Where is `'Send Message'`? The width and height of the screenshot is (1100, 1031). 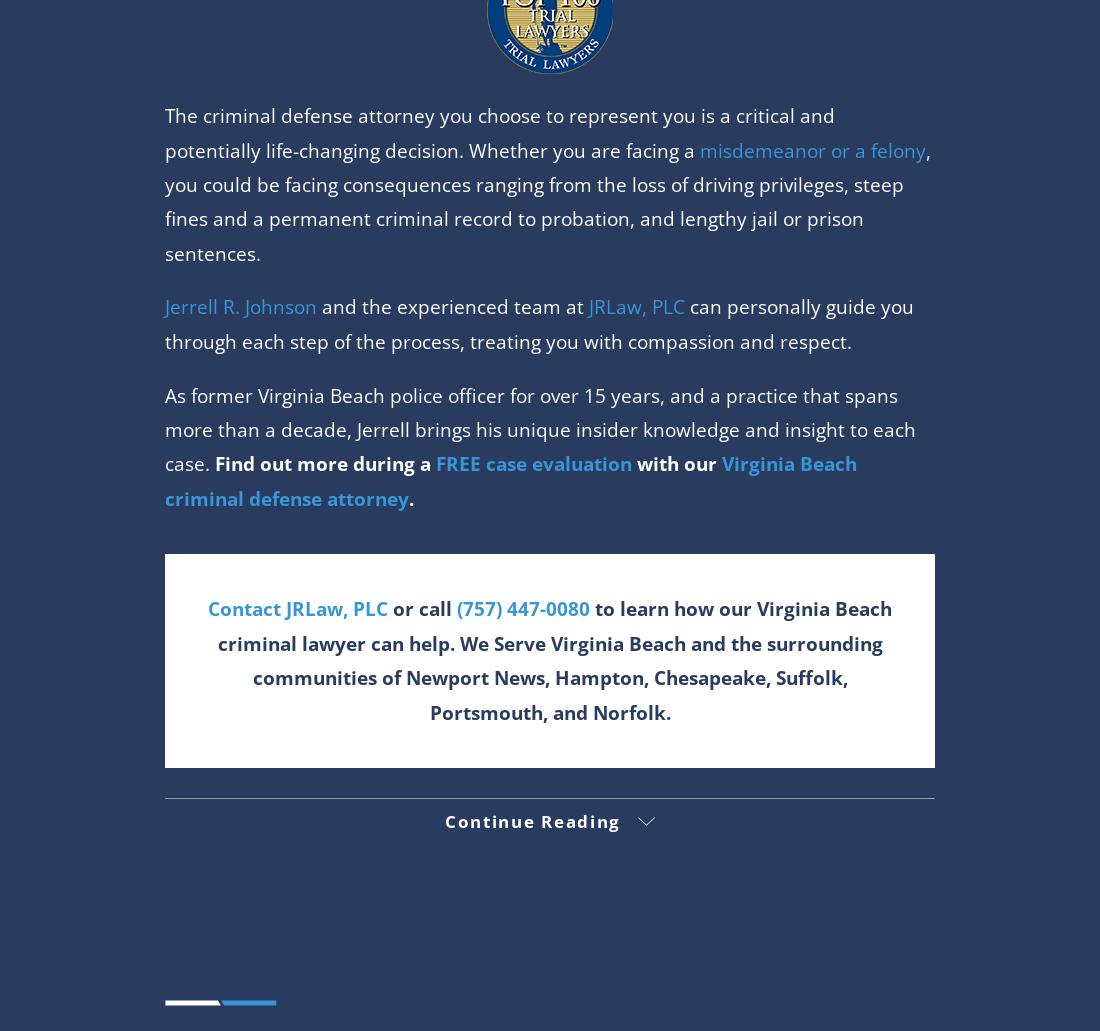 'Send Message' is located at coordinates (248, 97).